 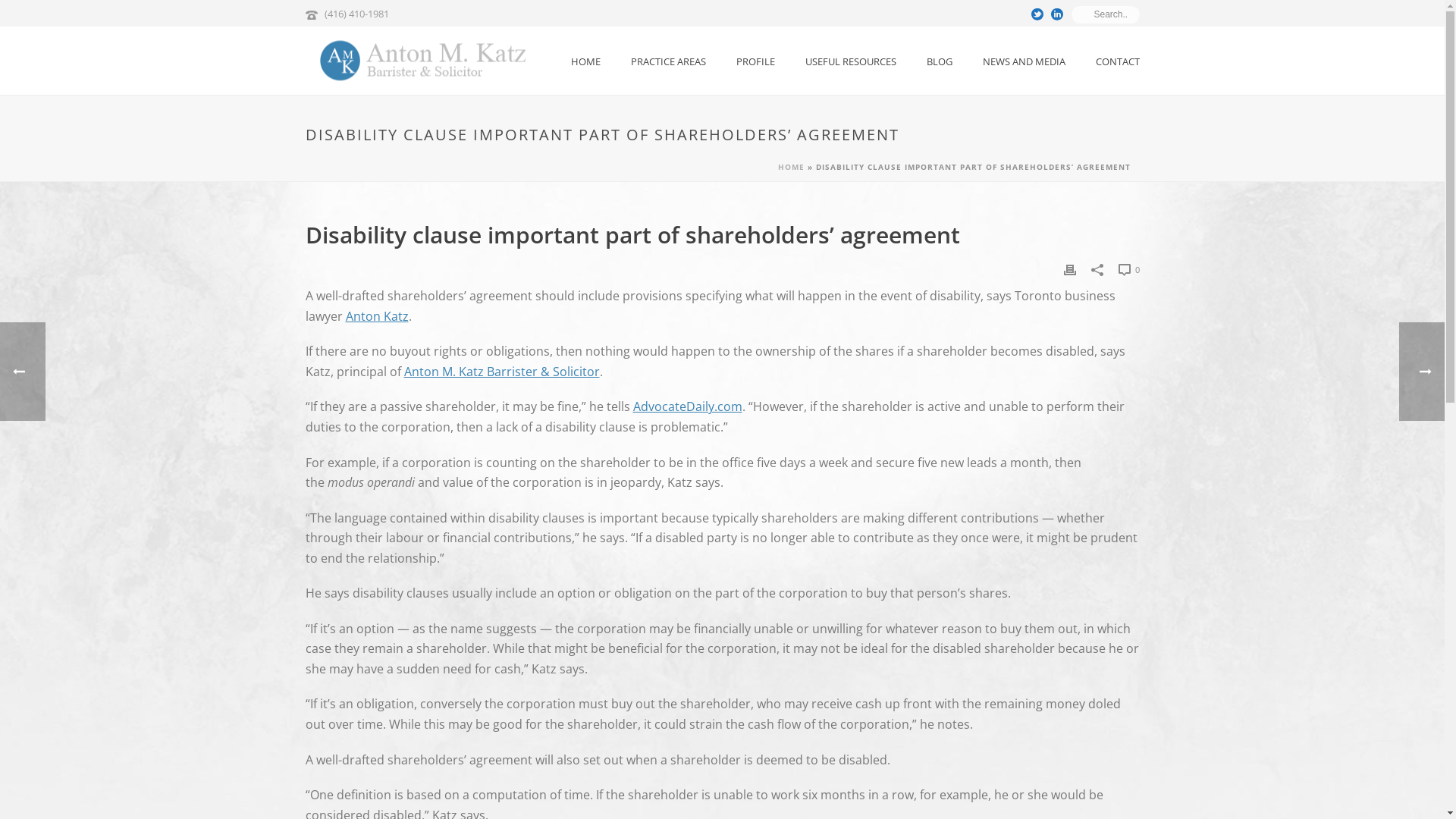 I want to click on '(416) 410-1981', so click(x=356, y=14).